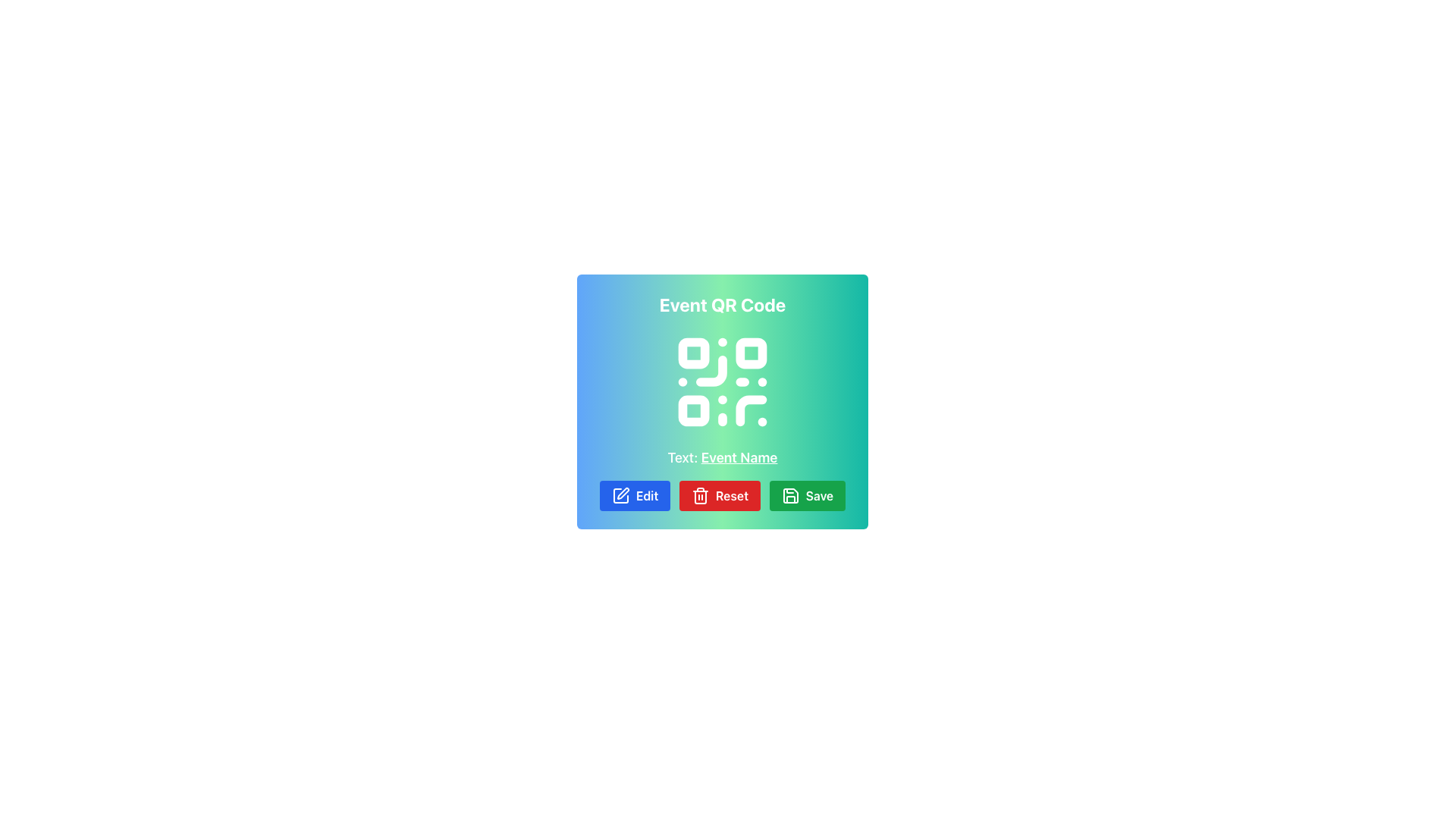  What do you see at coordinates (722, 496) in the screenshot?
I see `the specific button in the group of buttons located at the bottom of the event details card, just below the text 'Text: Event Name'` at bounding box center [722, 496].